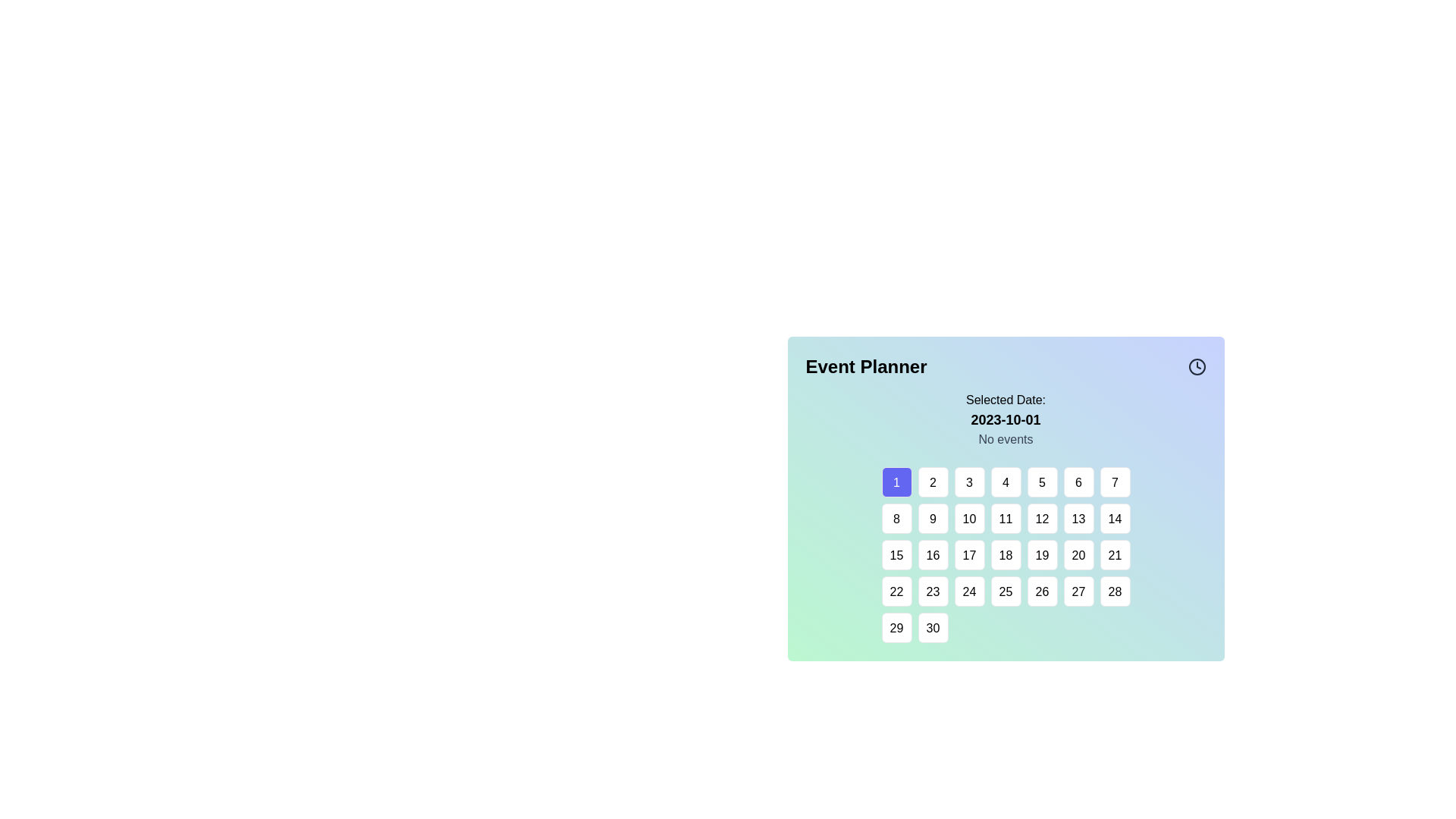 Image resolution: width=1456 pixels, height=819 pixels. I want to click on the date selection button for the 19th of the month in the calendar interface, located at the fifth item in the third row of a seven-column grid, so click(1041, 555).